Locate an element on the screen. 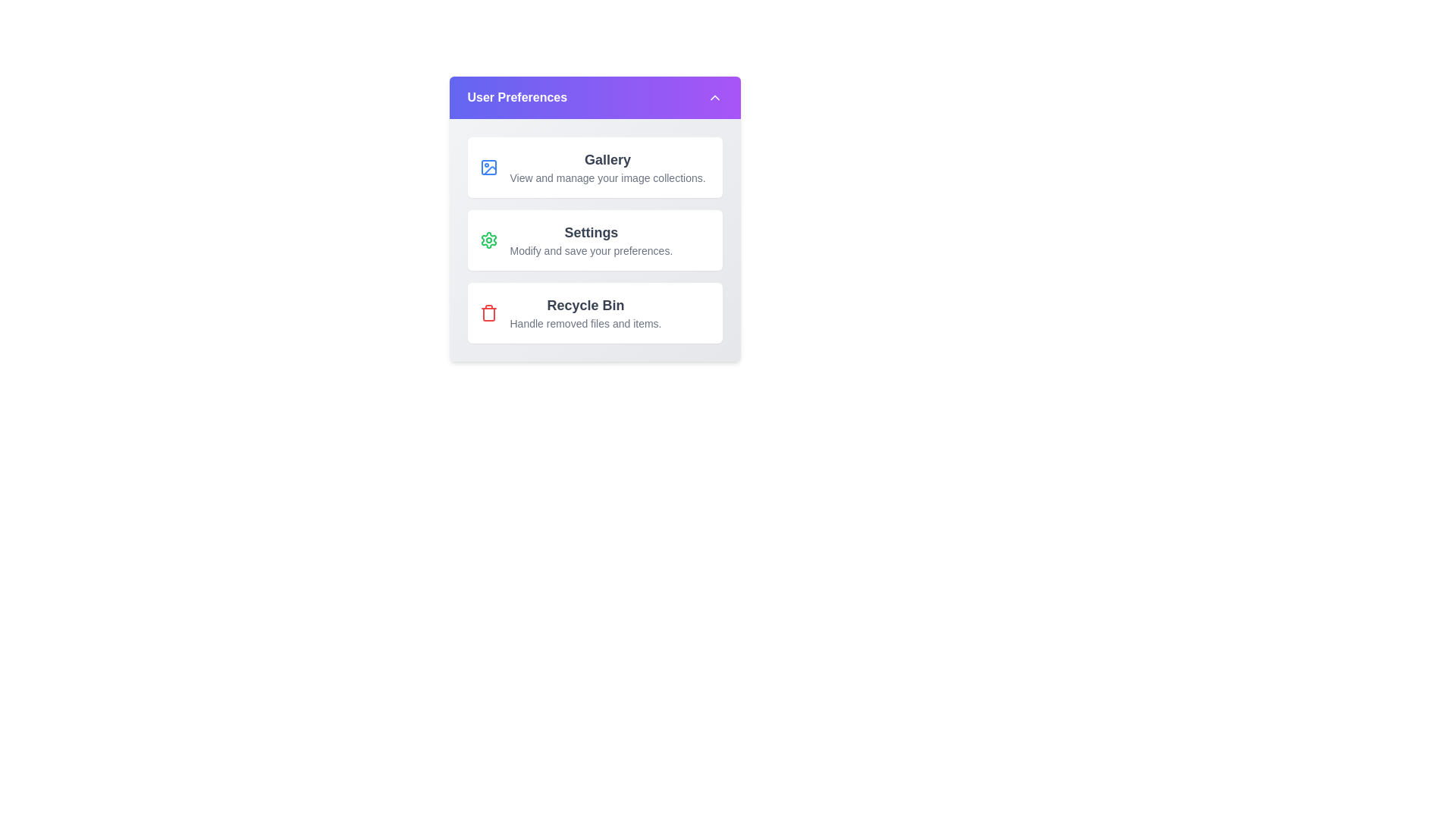 The width and height of the screenshot is (1456, 819). the preference item 'Settings' is located at coordinates (594, 239).